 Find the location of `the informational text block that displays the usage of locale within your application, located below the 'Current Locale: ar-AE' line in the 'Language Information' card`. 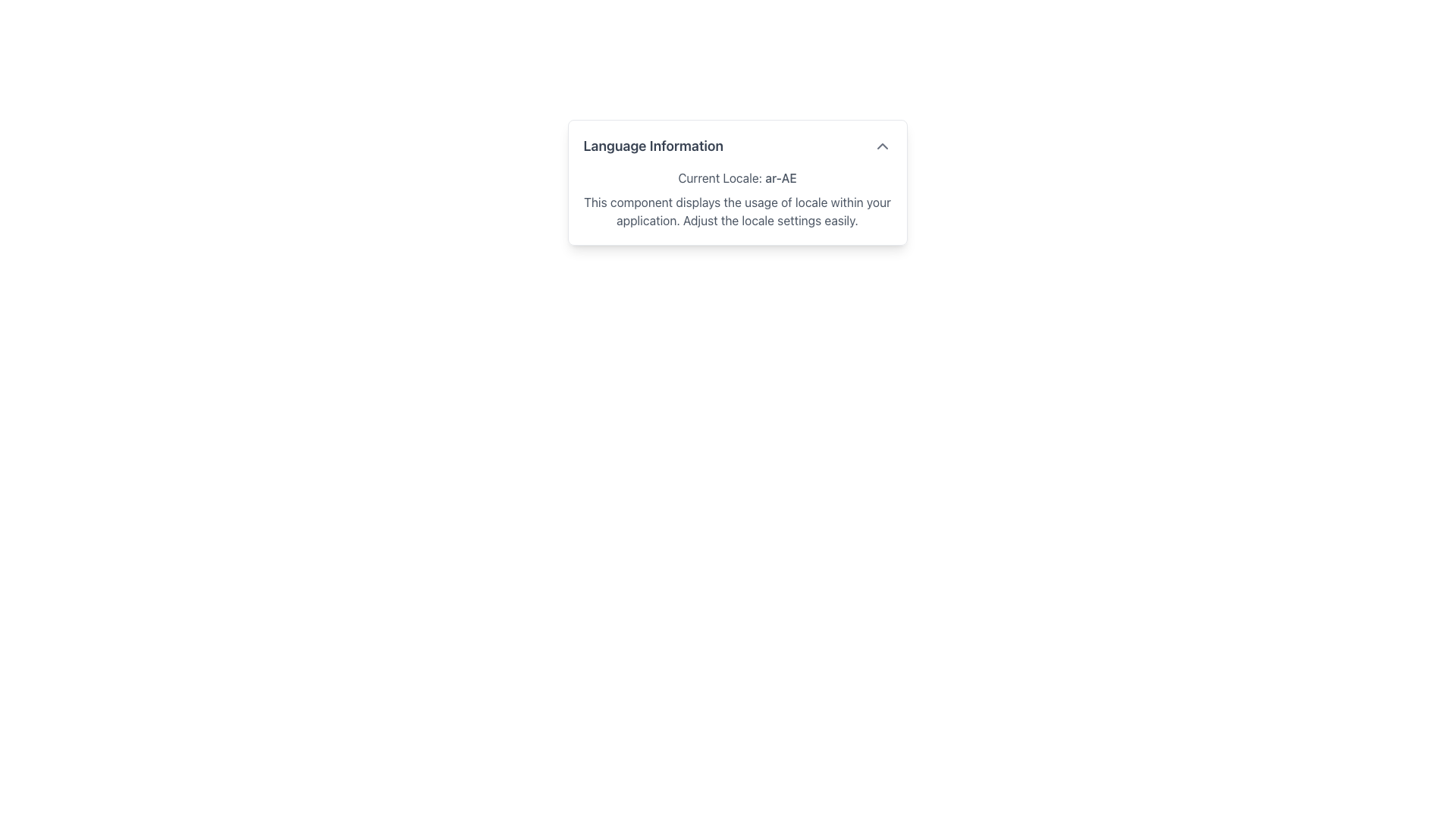

the informational text block that displays the usage of locale within your application, located below the 'Current Locale: ar-AE' line in the 'Language Information' card is located at coordinates (737, 211).